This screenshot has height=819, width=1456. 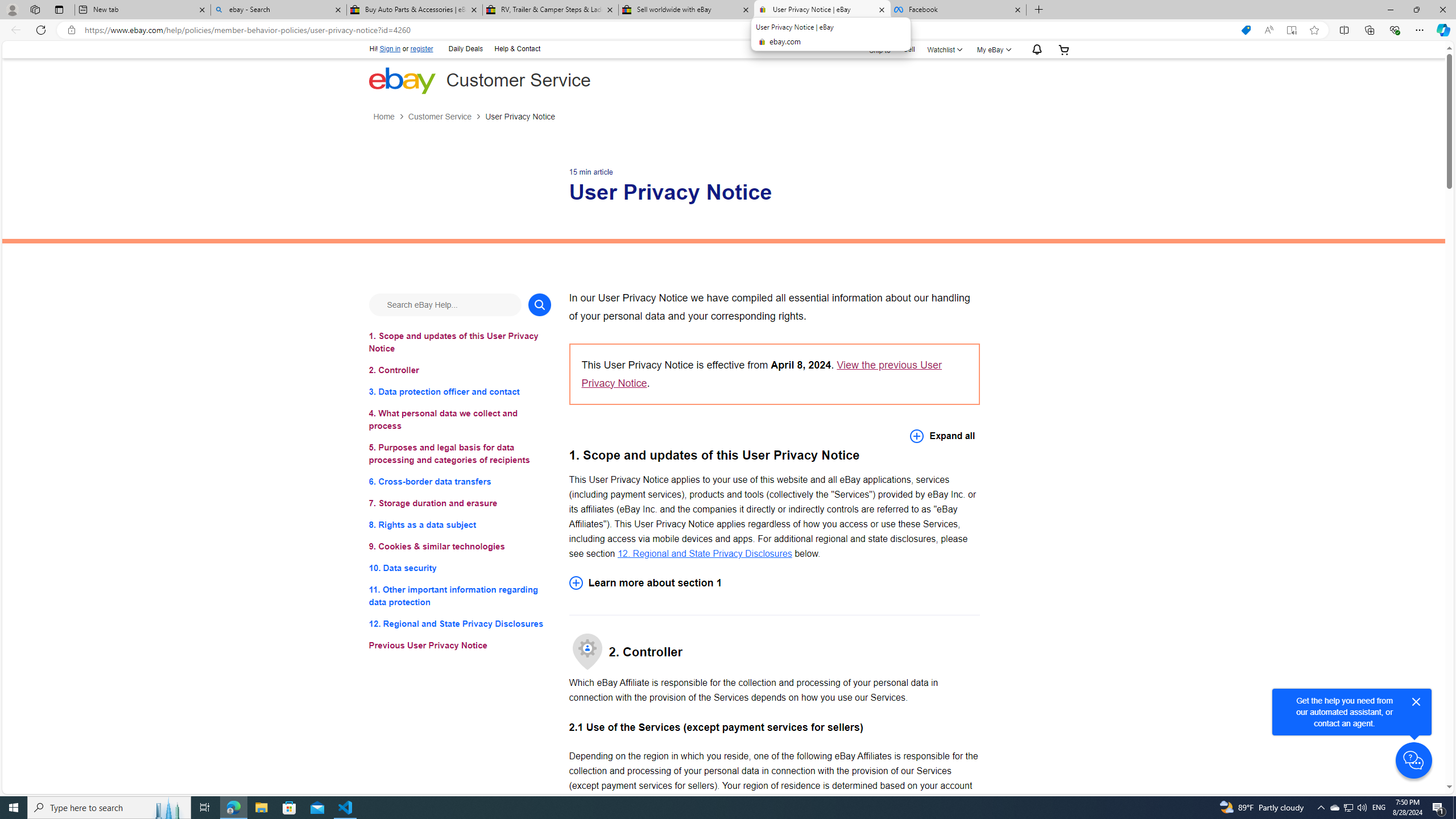 I want to click on 'Ship to', so click(x=872, y=48).